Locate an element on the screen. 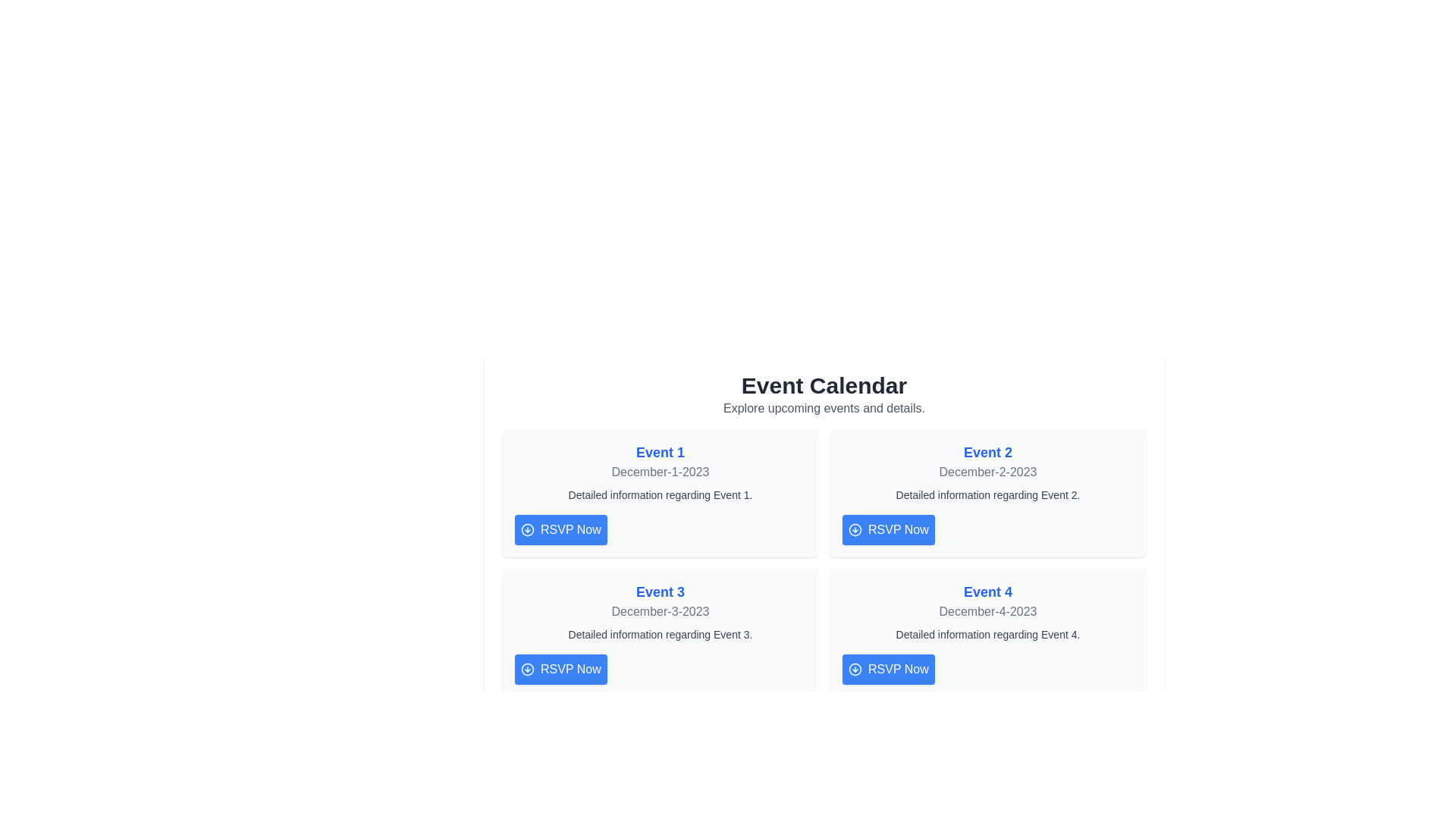 This screenshot has width=1456, height=819. the title text label of the event card, which is positioned at the top of the card and identifies the event is located at coordinates (987, 591).